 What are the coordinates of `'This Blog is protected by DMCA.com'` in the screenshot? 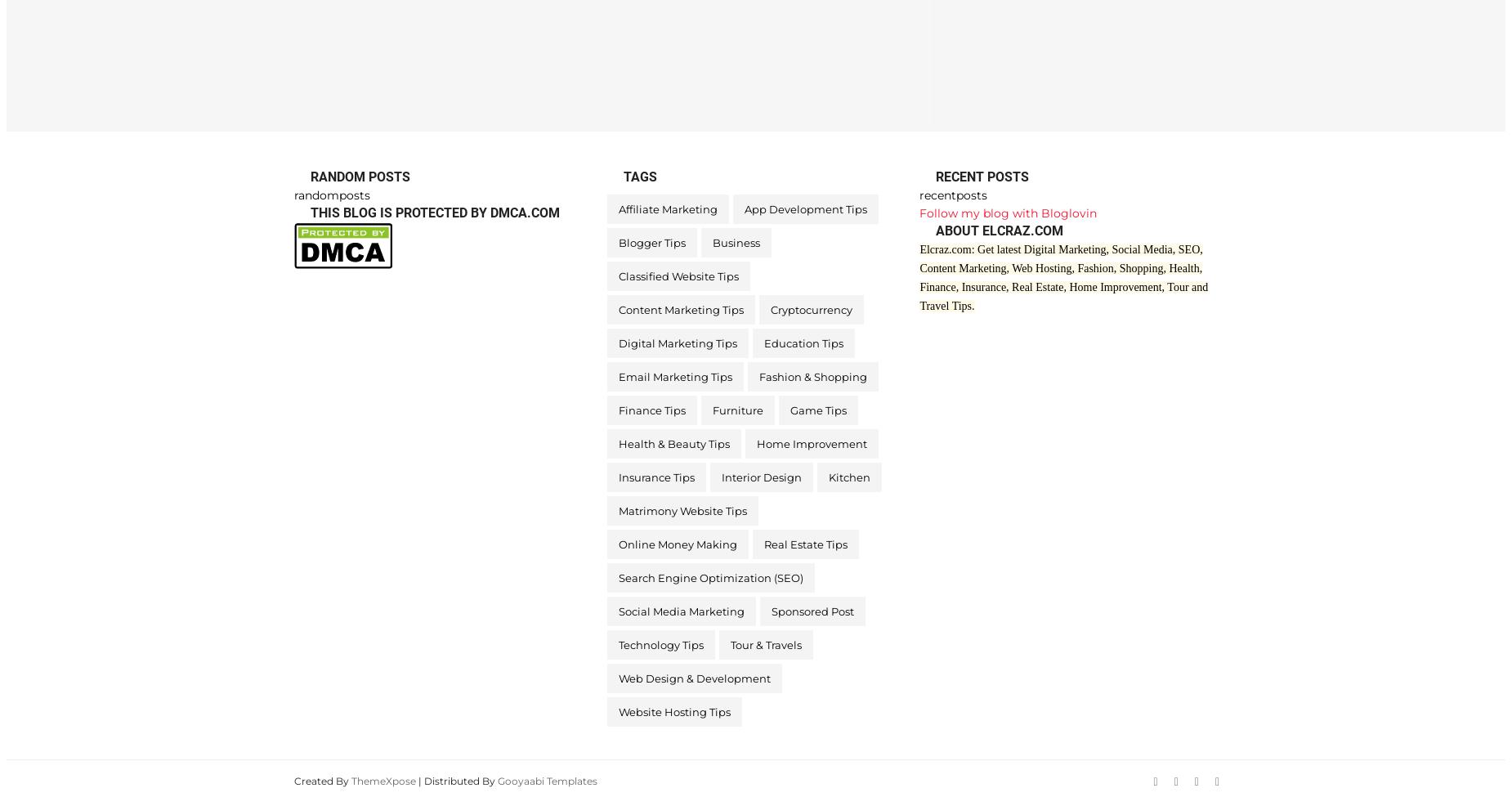 It's located at (435, 213).